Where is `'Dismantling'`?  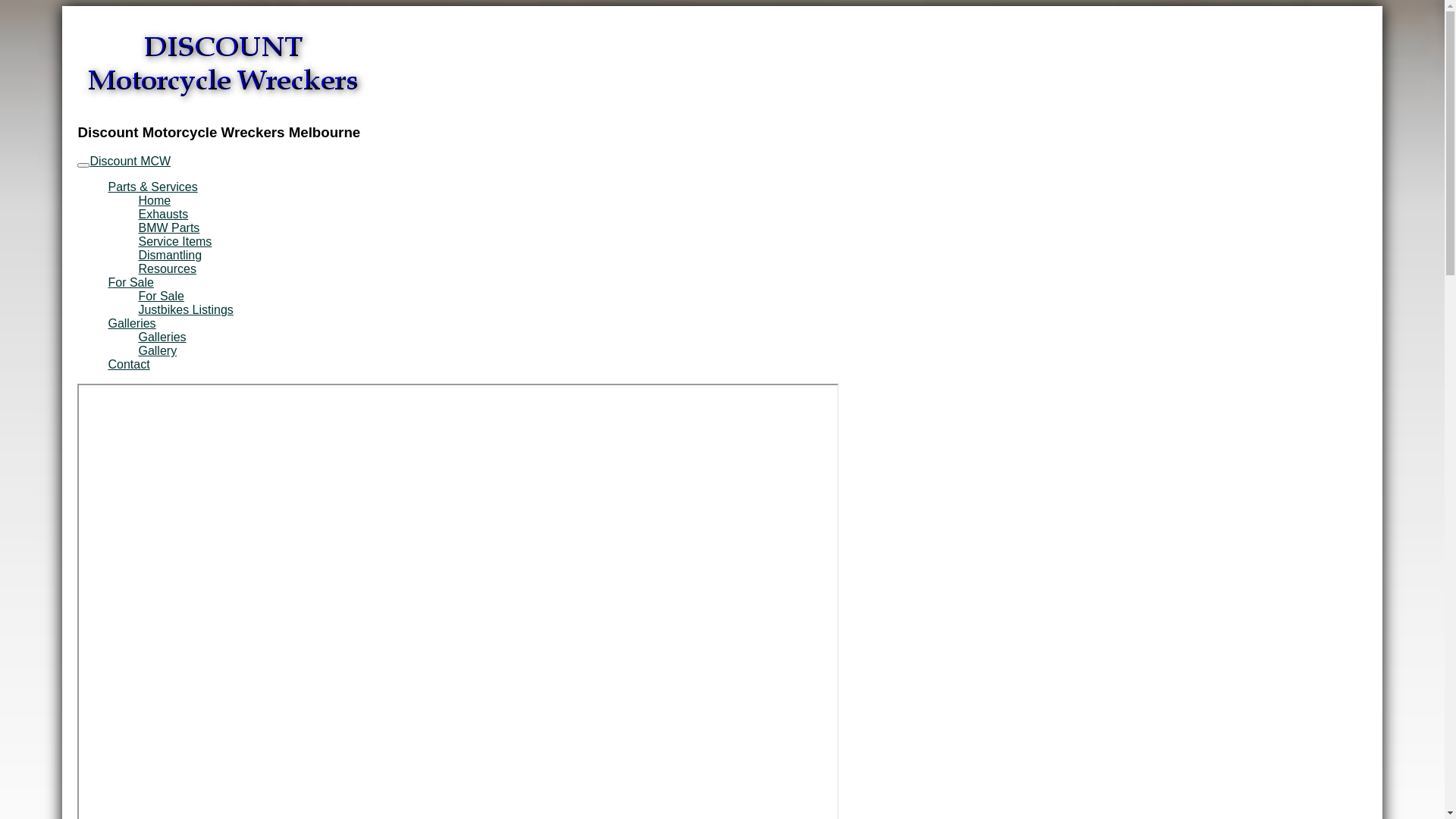 'Dismantling' is located at coordinates (138, 254).